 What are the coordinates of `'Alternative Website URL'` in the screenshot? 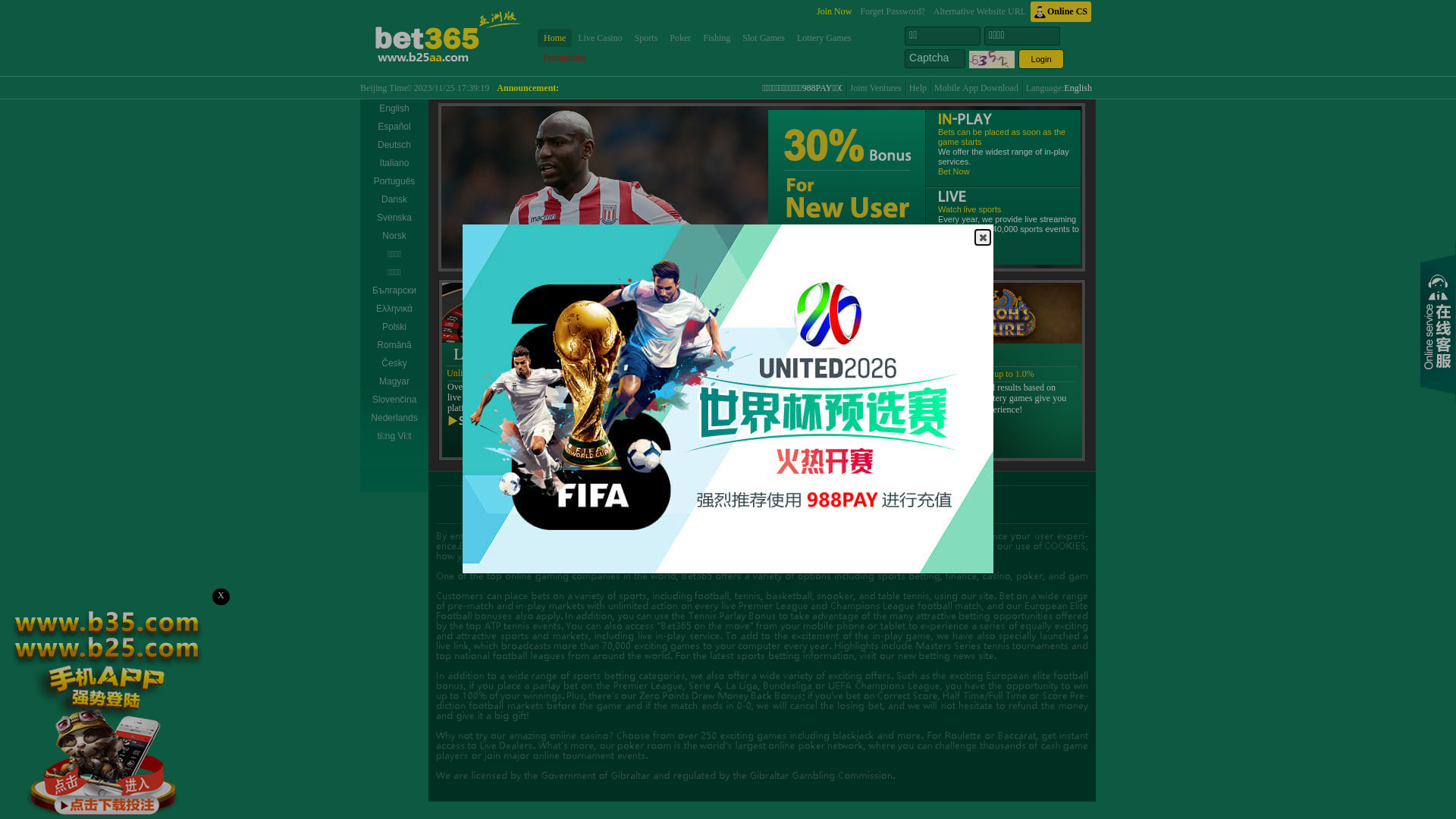 It's located at (932, 11).